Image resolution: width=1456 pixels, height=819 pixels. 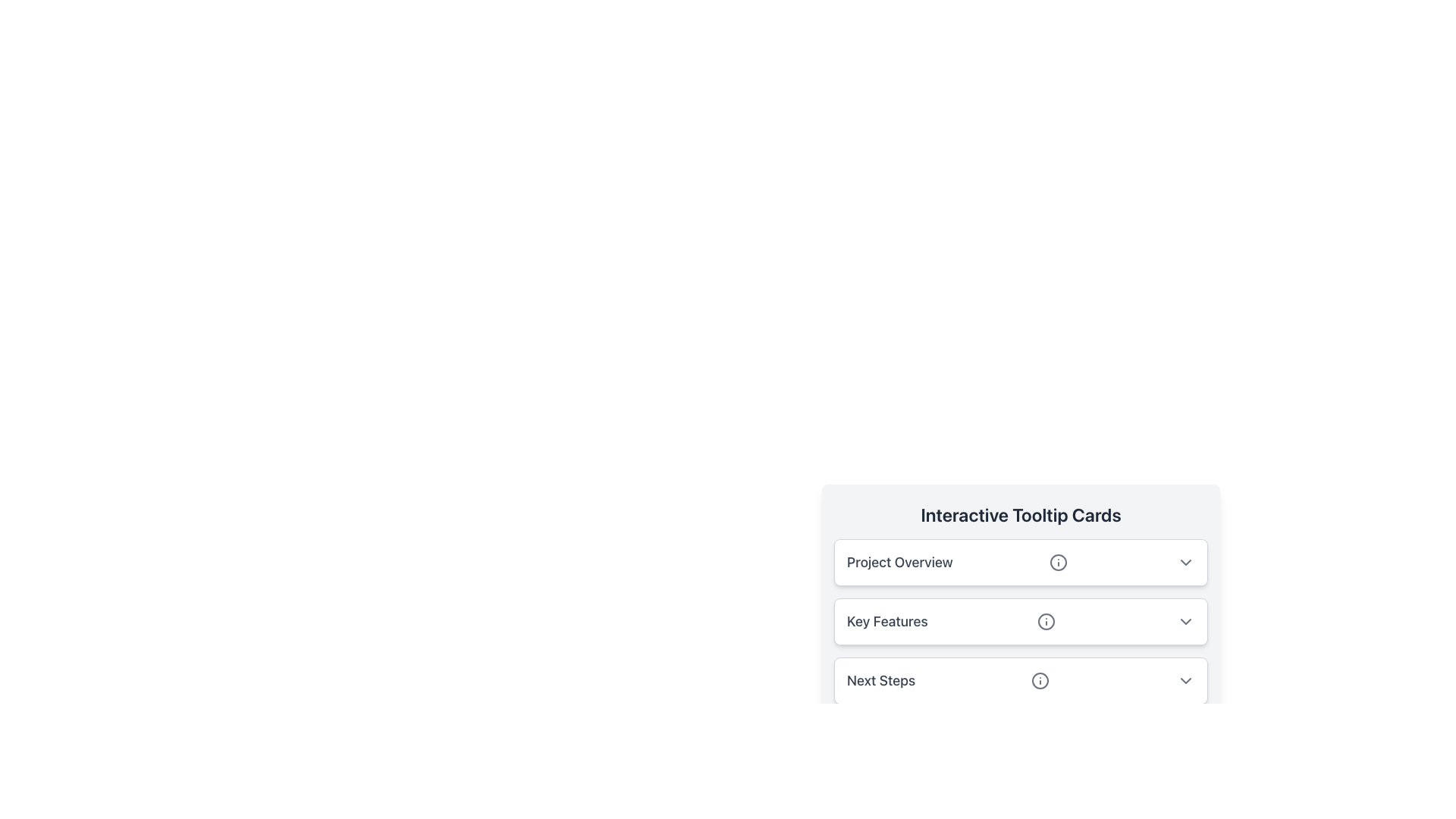 What do you see at coordinates (1185, 680) in the screenshot?
I see `the Icon button located at the right end of the 'Next Steps' section` at bounding box center [1185, 680].